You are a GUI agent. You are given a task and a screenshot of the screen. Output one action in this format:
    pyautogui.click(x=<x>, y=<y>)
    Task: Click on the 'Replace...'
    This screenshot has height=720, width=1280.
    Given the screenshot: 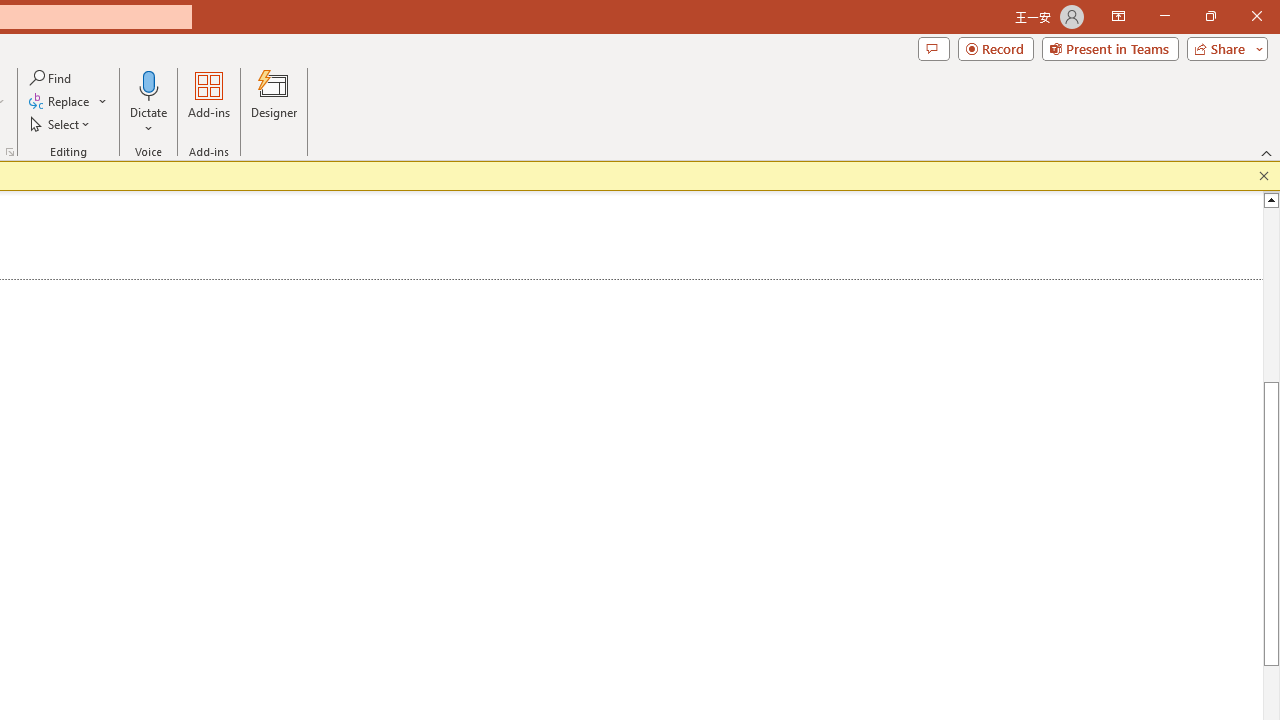 What is the action you would take?
    pyautogui.click(x=69, y=101)
    